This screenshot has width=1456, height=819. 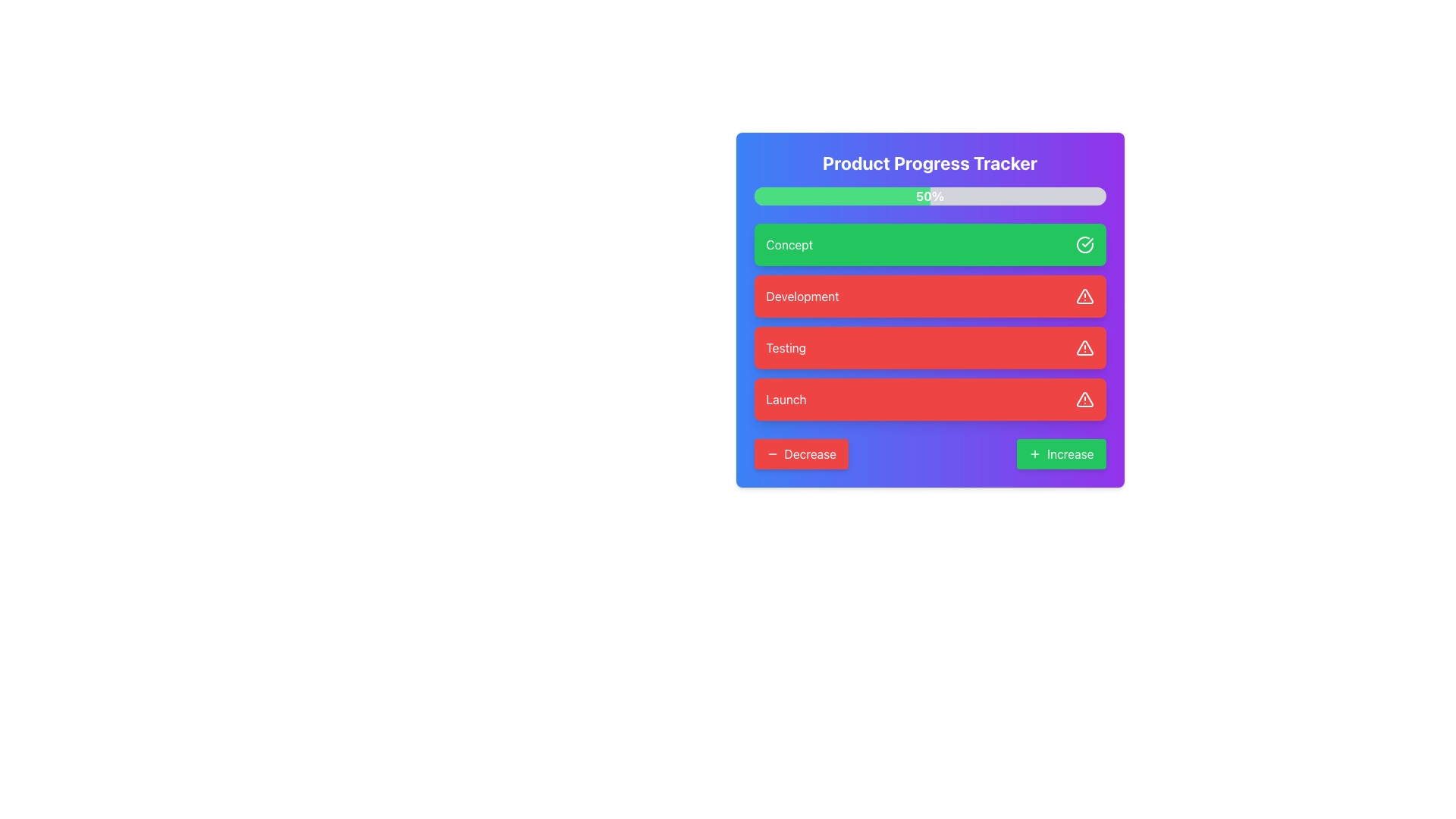 What do you see at coordinates (929, 348) in the screenshot?
I see `the 'Testing' stage block in the progress tracker, which is the third block from the top, following 'Development' and preceding 'Launch'` at bounding box center [929, 348].